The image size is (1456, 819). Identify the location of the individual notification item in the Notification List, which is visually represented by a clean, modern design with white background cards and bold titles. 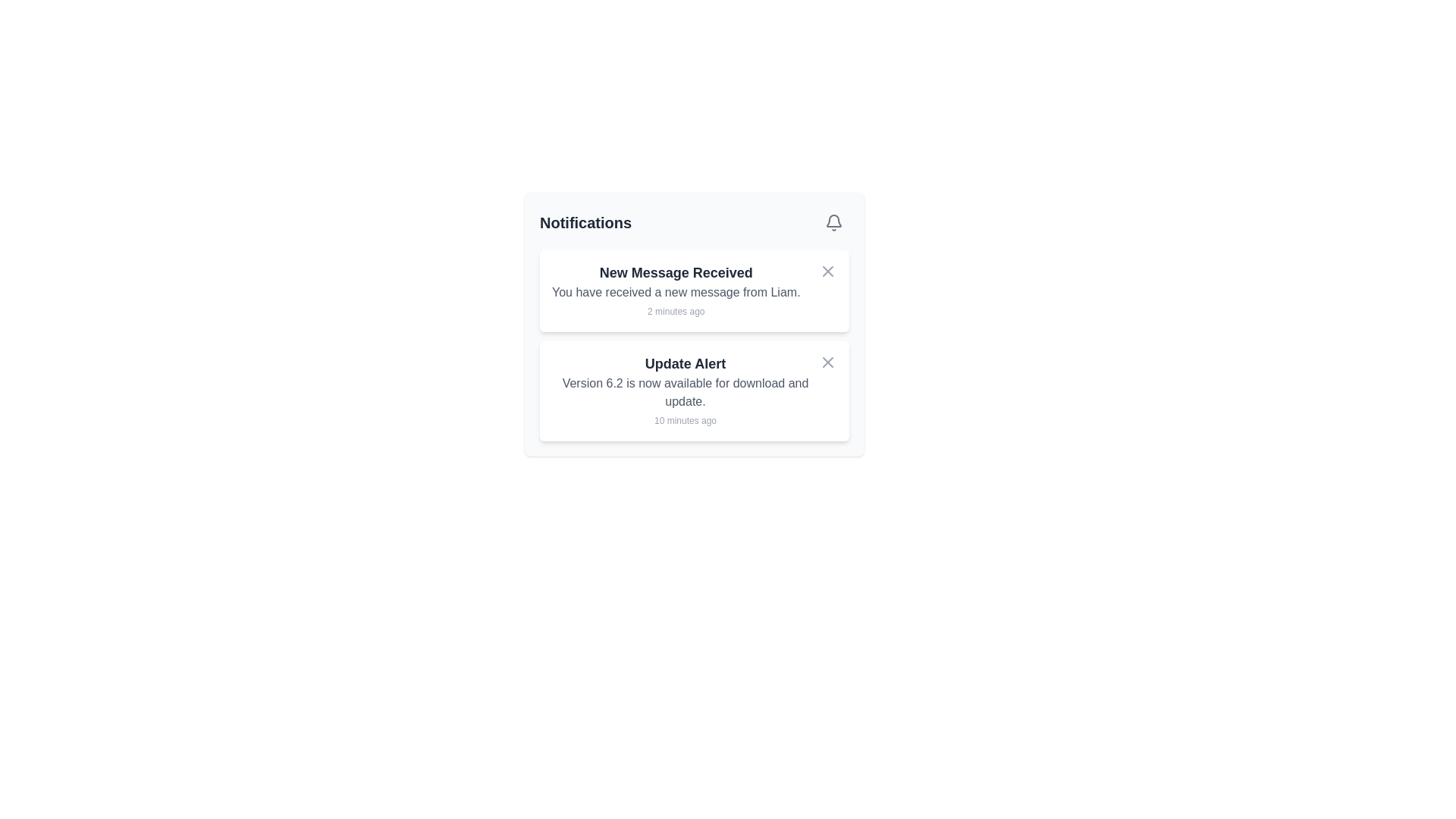
(694, 345).